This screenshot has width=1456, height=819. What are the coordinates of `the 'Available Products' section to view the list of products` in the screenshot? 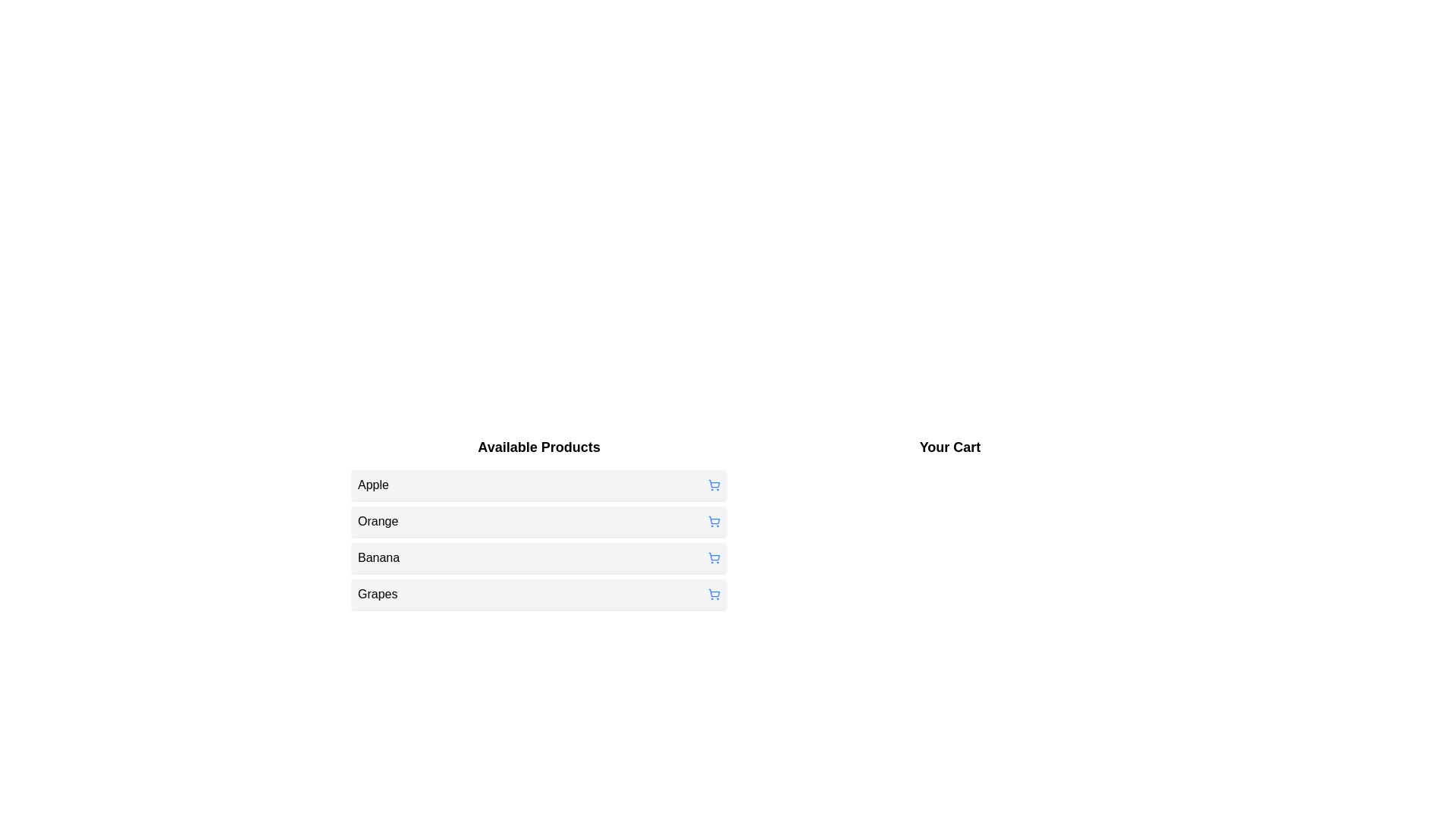 It's located at (538, 447).